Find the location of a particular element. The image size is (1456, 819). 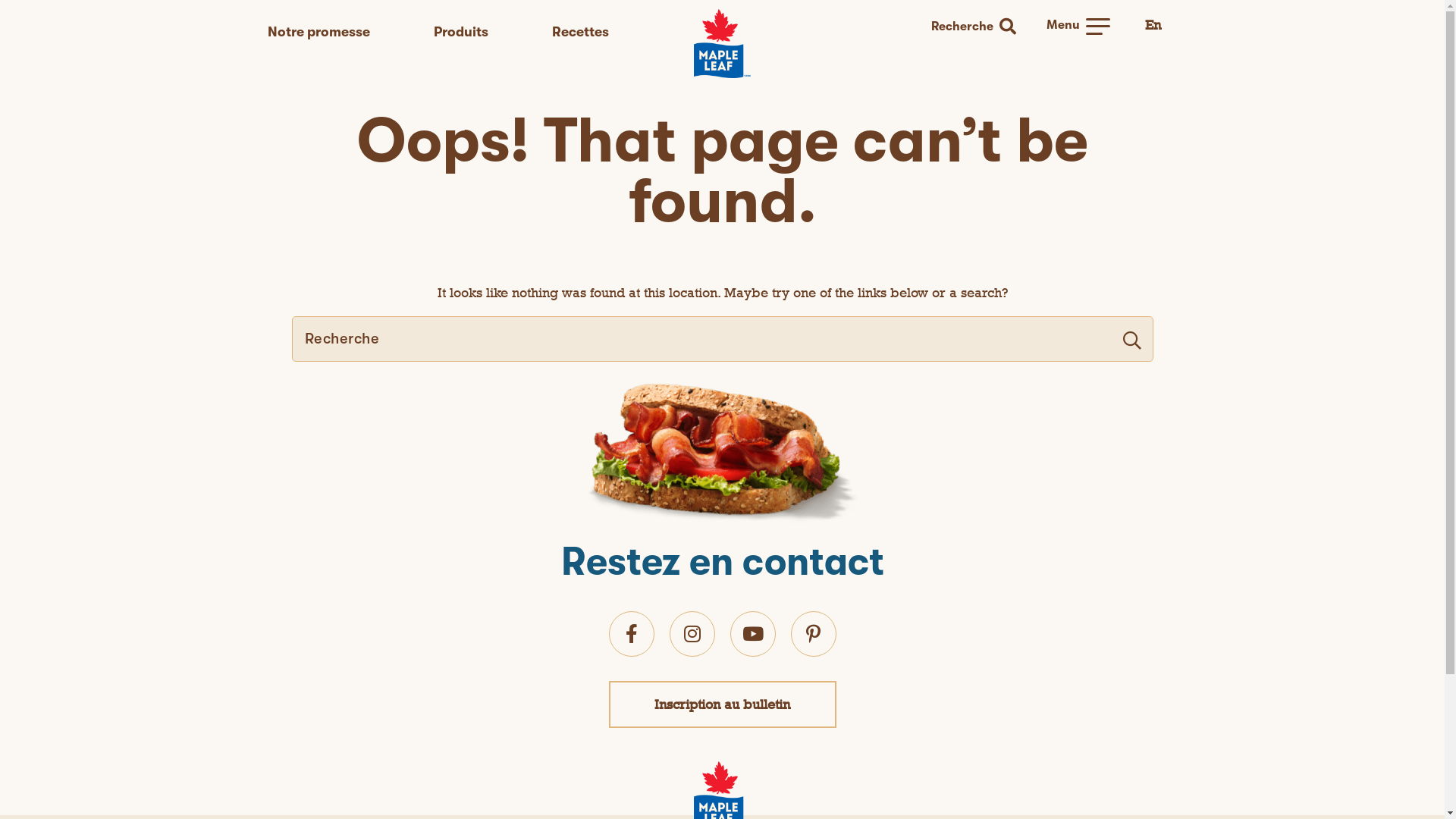

'Produits' is located at coordinates (460, 32).